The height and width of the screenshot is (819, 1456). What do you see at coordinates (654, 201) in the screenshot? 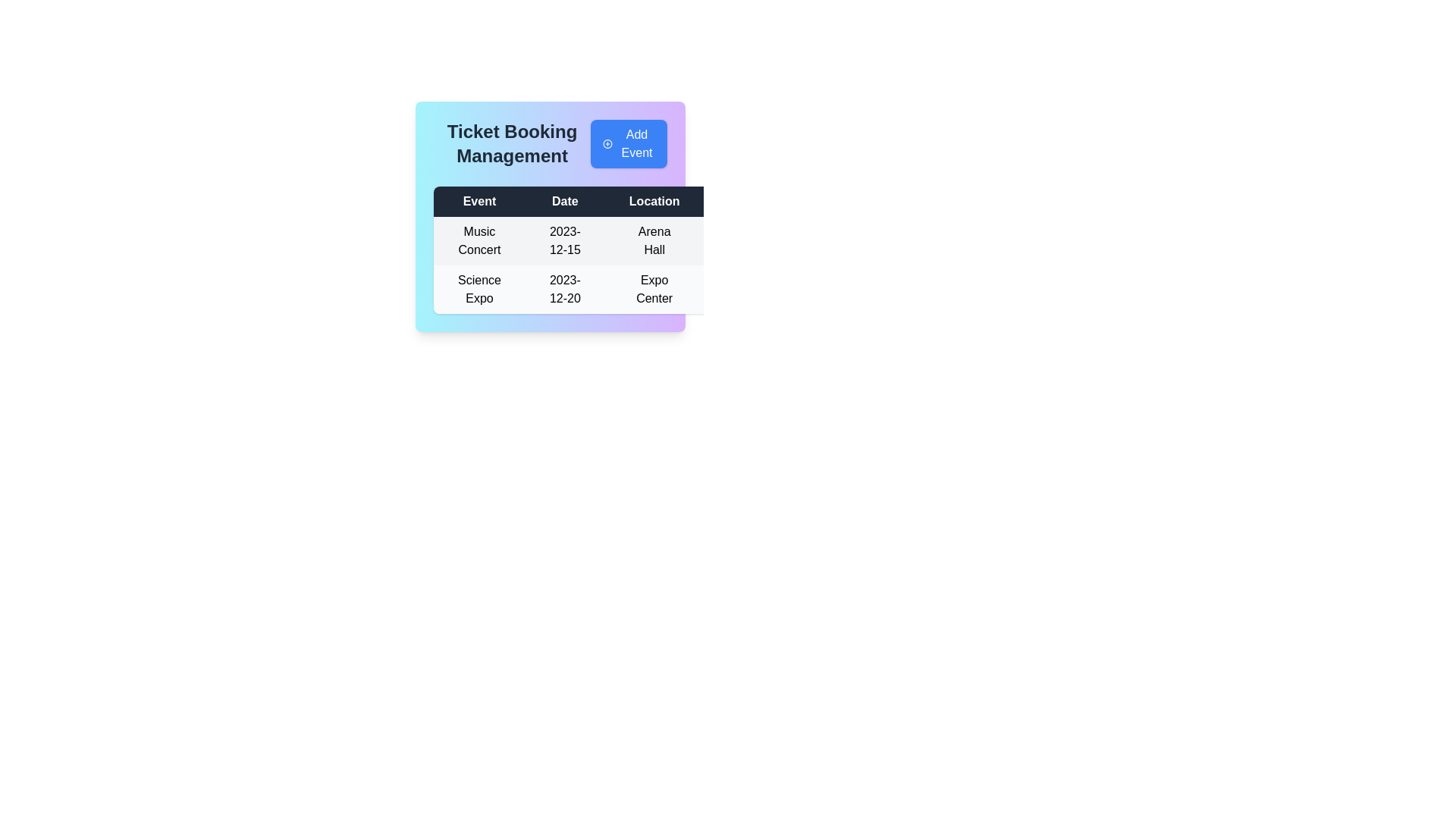
I see `the 'Location' column header text label, which is the third text label from the left in a row of five, positioned near the top of the table` at bounding box center [654, 201].